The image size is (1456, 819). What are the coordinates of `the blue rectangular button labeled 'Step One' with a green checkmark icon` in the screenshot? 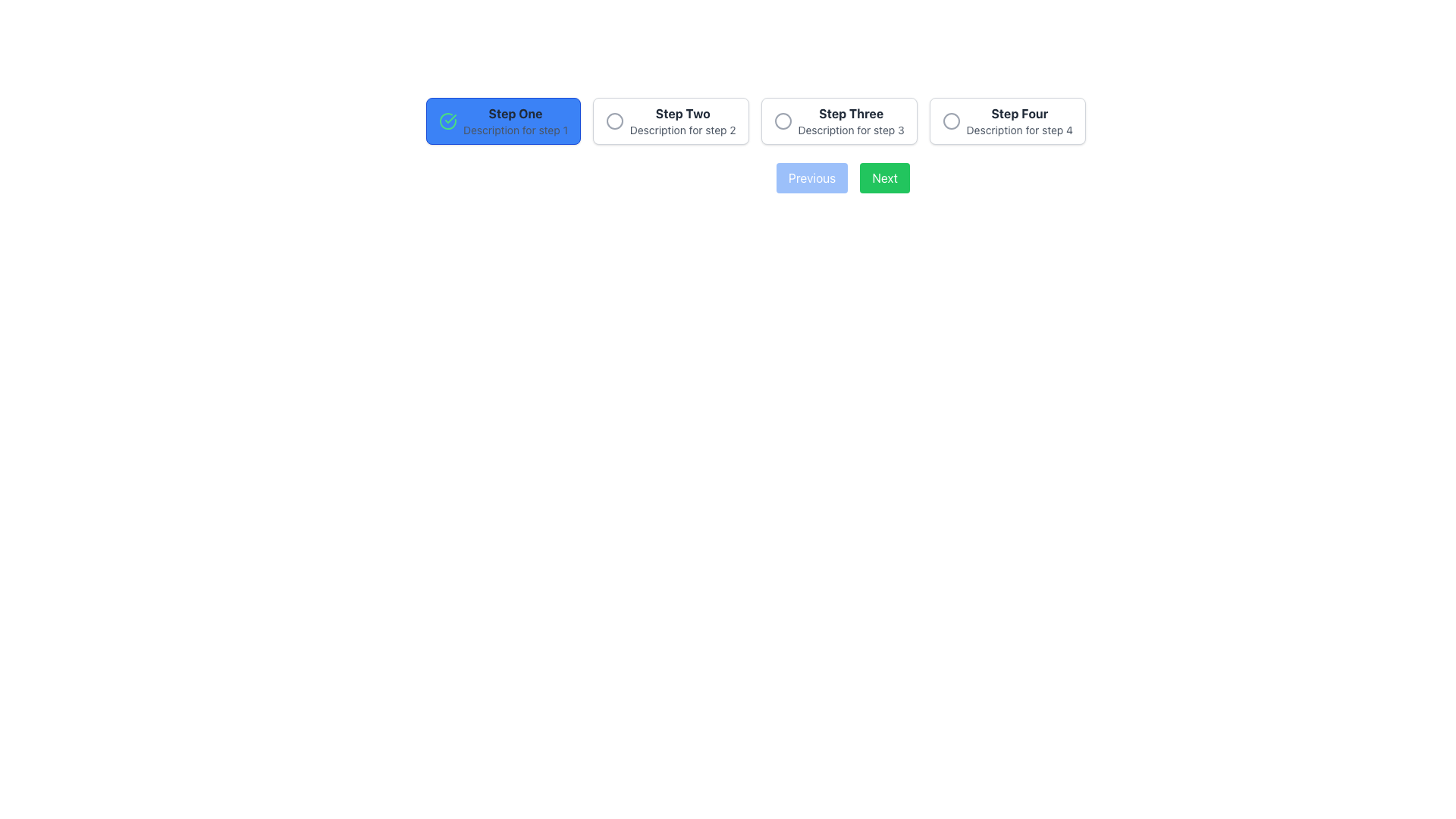 It's located at (503, 120).